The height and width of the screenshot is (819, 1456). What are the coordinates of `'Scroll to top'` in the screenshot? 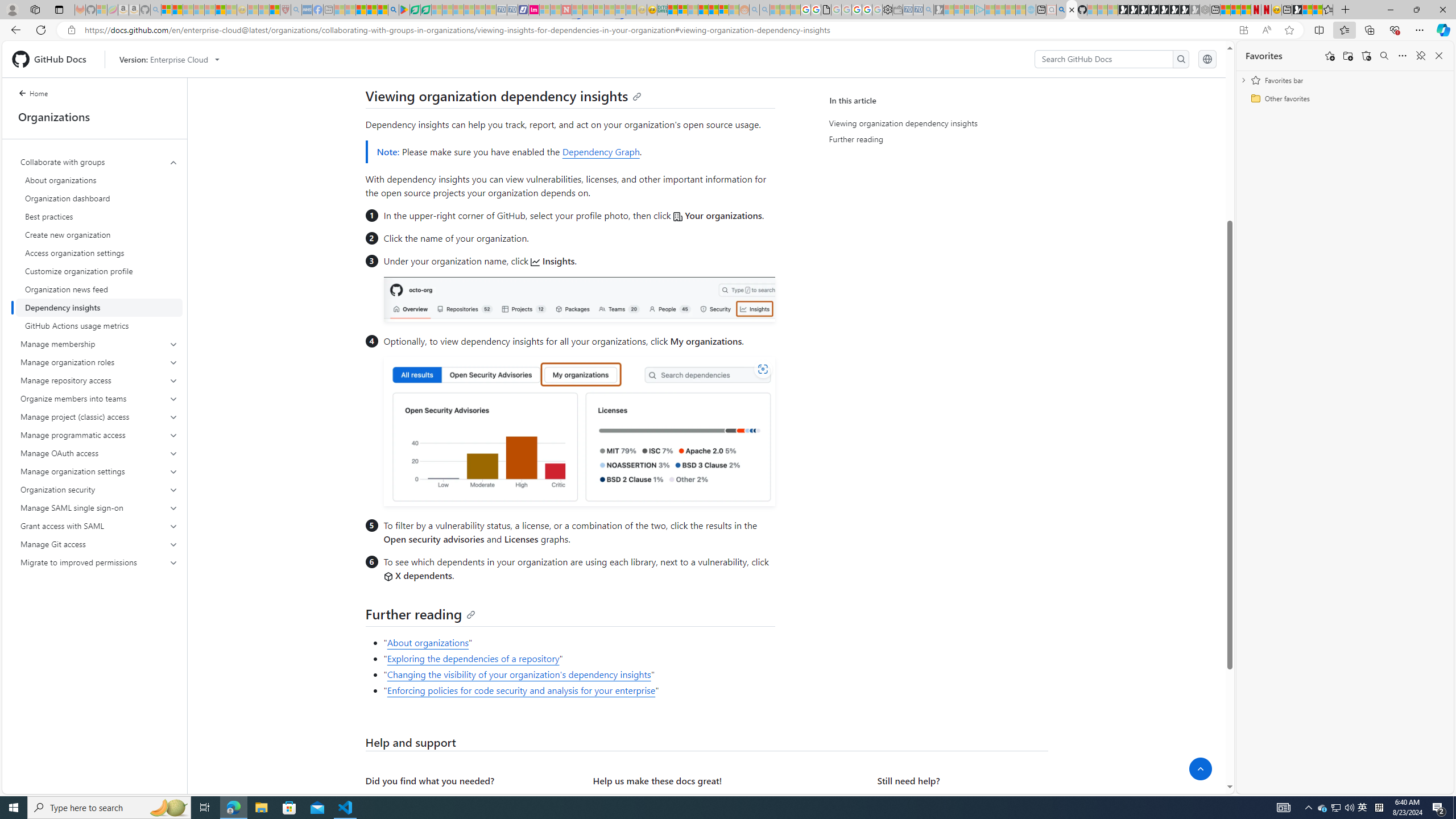 It's located at (1199, 768).